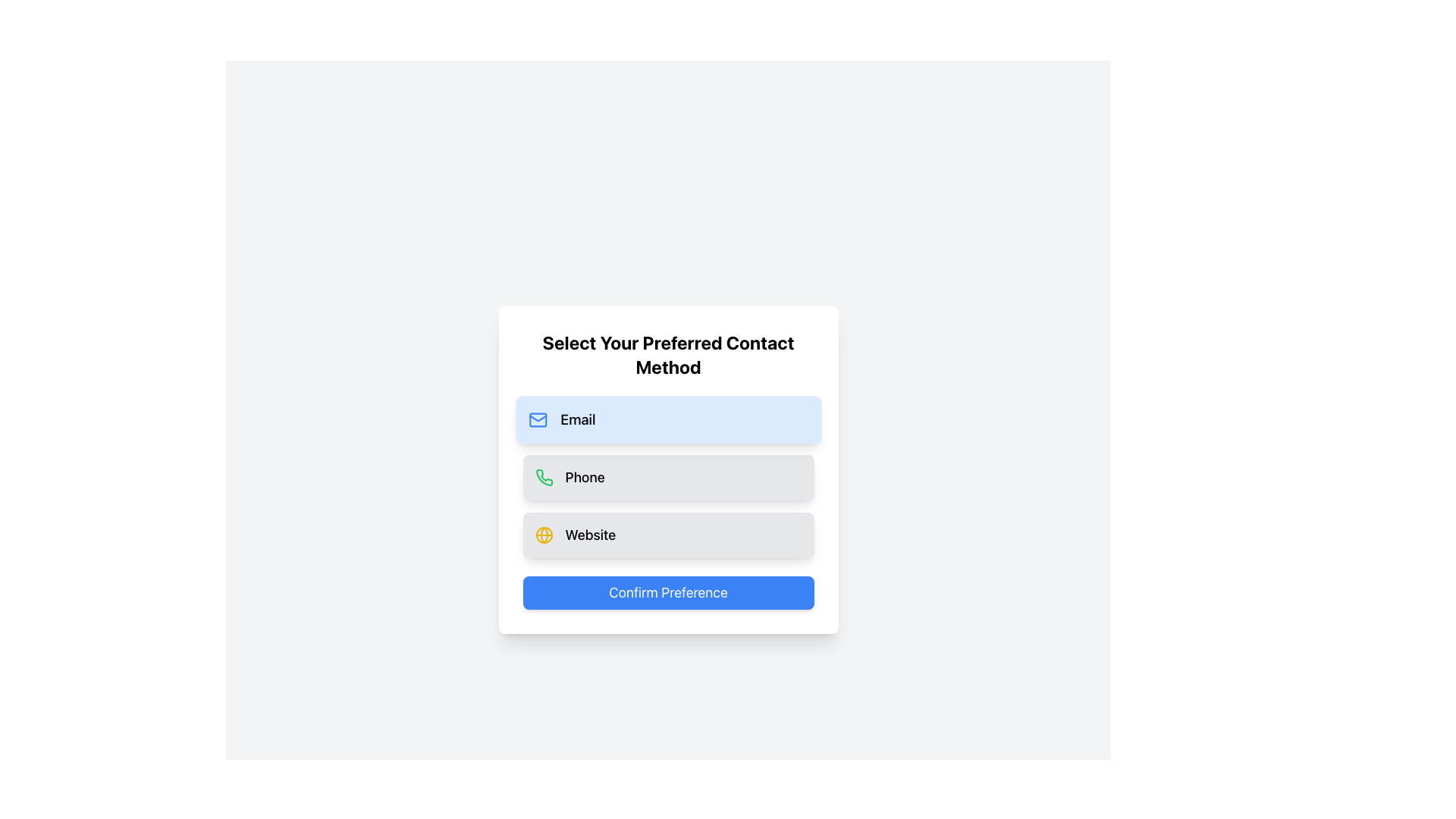 This screenshot has width=1456, height=819. I want to click on the 'Phone' selectable button, which is the second option in the vertical list of contact methods, so click(667, 476).